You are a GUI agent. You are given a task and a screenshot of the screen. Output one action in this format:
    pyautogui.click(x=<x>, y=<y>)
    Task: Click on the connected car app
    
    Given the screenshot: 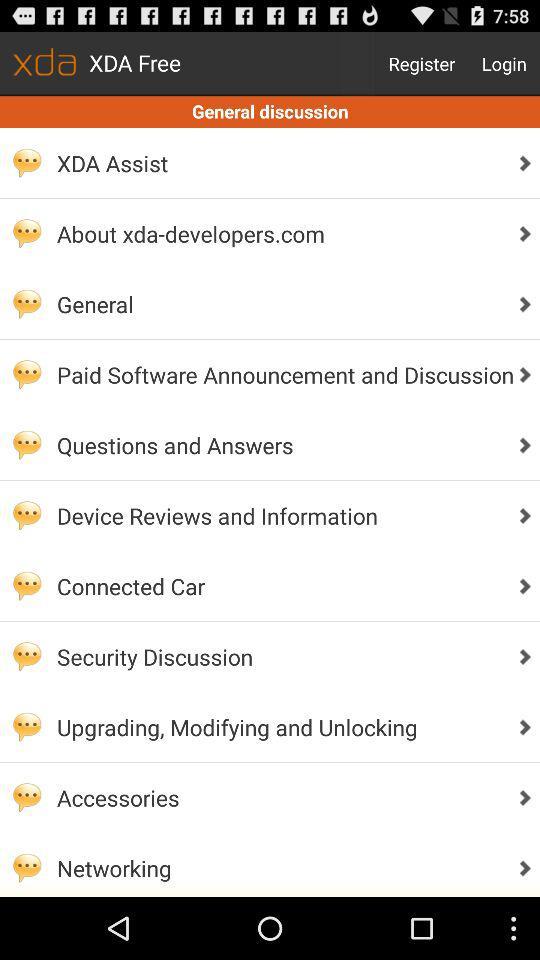 What is the action you would take?
    pyautogui.click(x=279, y=586)
    